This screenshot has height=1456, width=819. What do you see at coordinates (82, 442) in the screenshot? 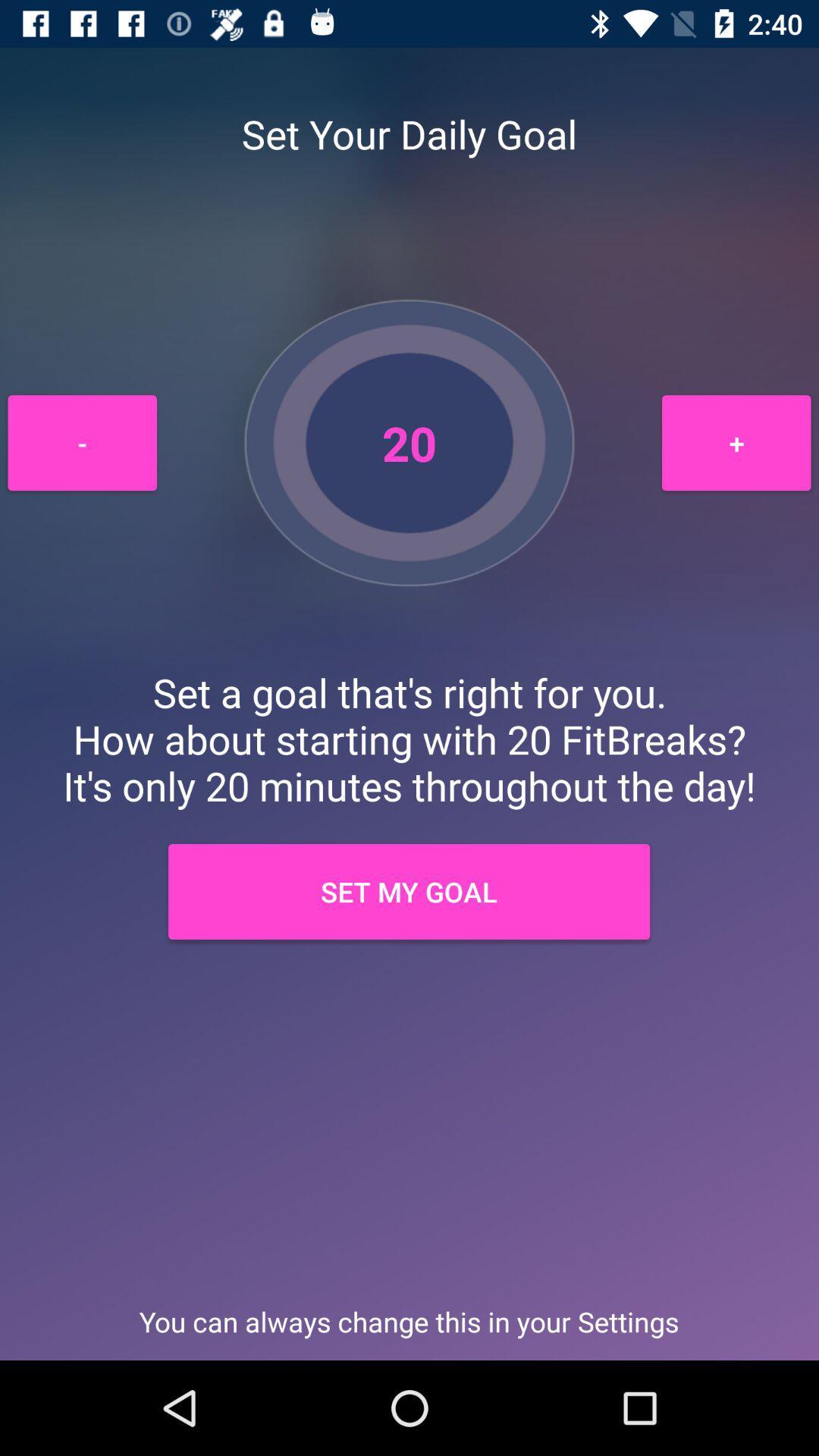
I see `the item next to 20 icon` at bounding box center [82, 442].